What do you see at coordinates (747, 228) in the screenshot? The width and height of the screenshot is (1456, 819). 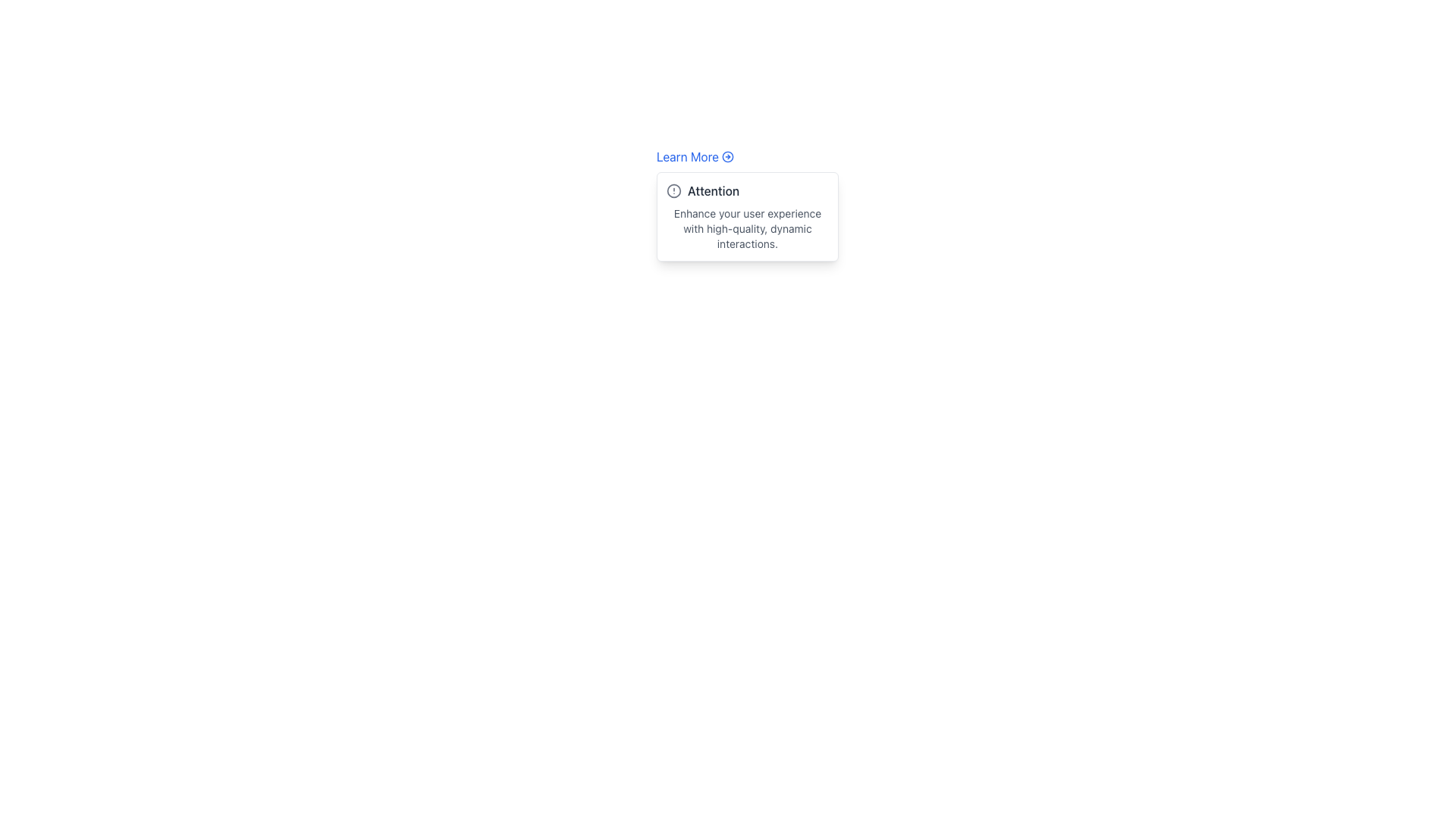 I see `the Text block element with gray font color that reads 'Enhance your user experience with high-quality, dynamic interactions', located below the heading 'Attention'` at bounding box center [747, 228].